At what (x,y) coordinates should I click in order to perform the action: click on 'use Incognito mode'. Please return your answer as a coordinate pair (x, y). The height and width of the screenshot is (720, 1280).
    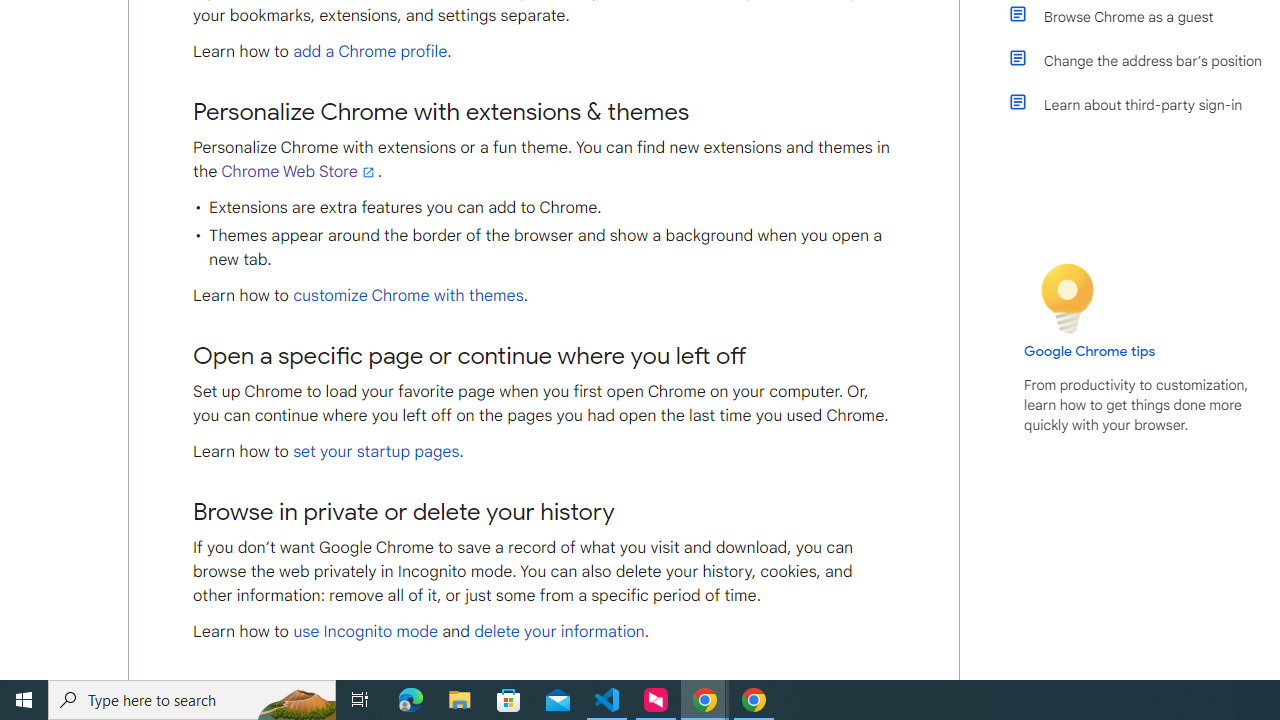
    Looking at the image, I should click on (366, 632).